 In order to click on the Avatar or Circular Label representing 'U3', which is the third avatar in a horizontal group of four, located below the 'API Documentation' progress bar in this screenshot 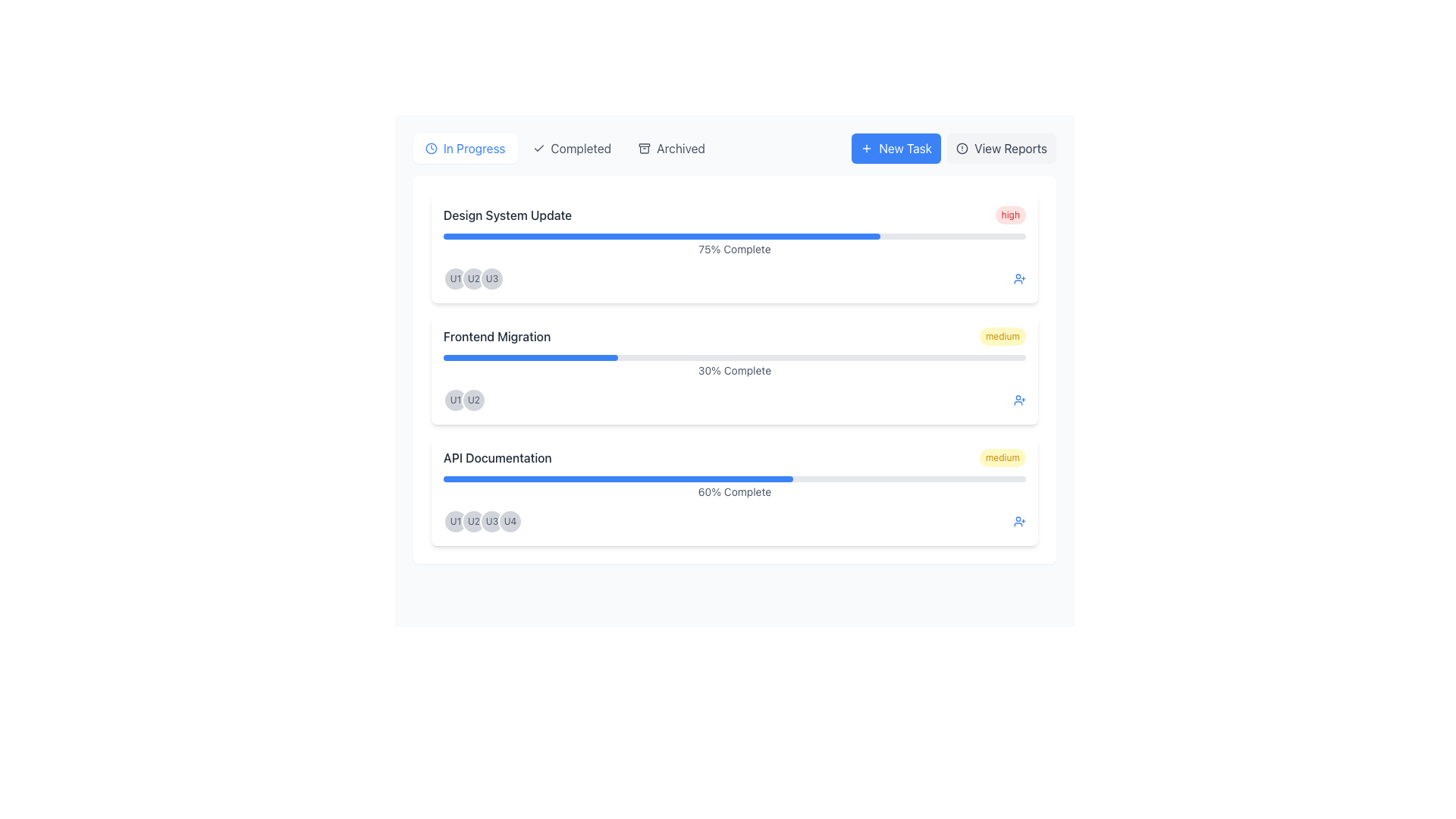, I will do `click(491, 520)`.